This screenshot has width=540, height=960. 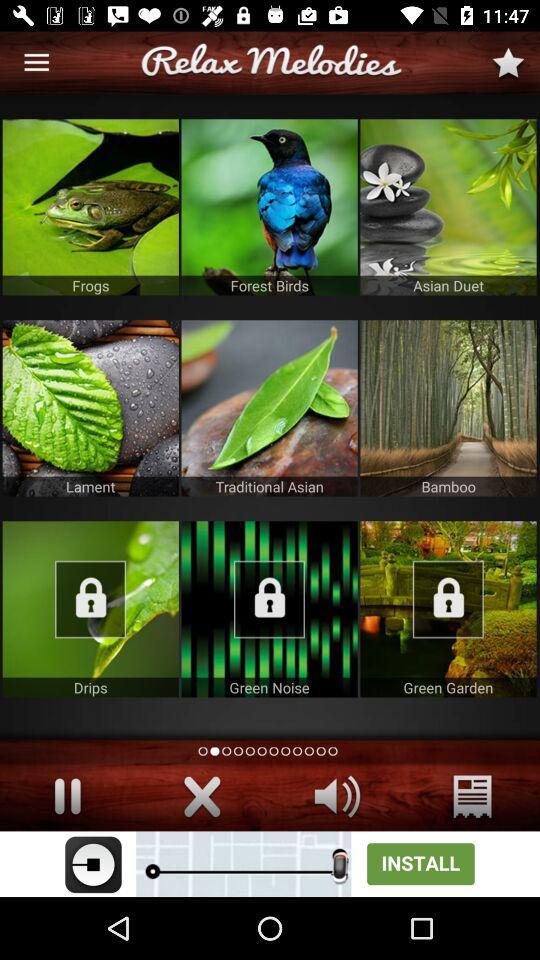 I want to click on the volume icon, so click(x=337, y=796).